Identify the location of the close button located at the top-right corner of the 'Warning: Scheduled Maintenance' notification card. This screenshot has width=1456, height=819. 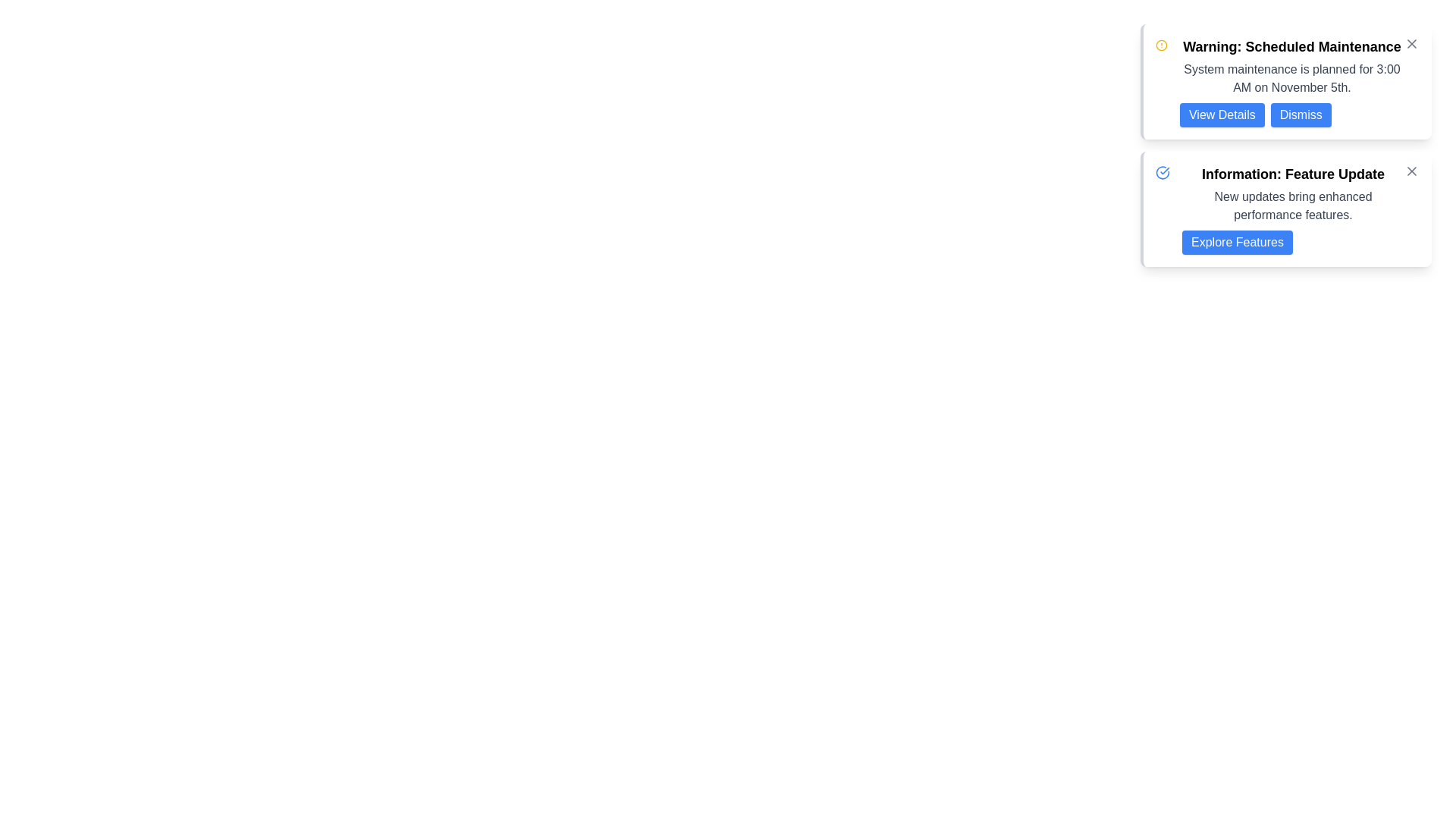
(1411, 42).